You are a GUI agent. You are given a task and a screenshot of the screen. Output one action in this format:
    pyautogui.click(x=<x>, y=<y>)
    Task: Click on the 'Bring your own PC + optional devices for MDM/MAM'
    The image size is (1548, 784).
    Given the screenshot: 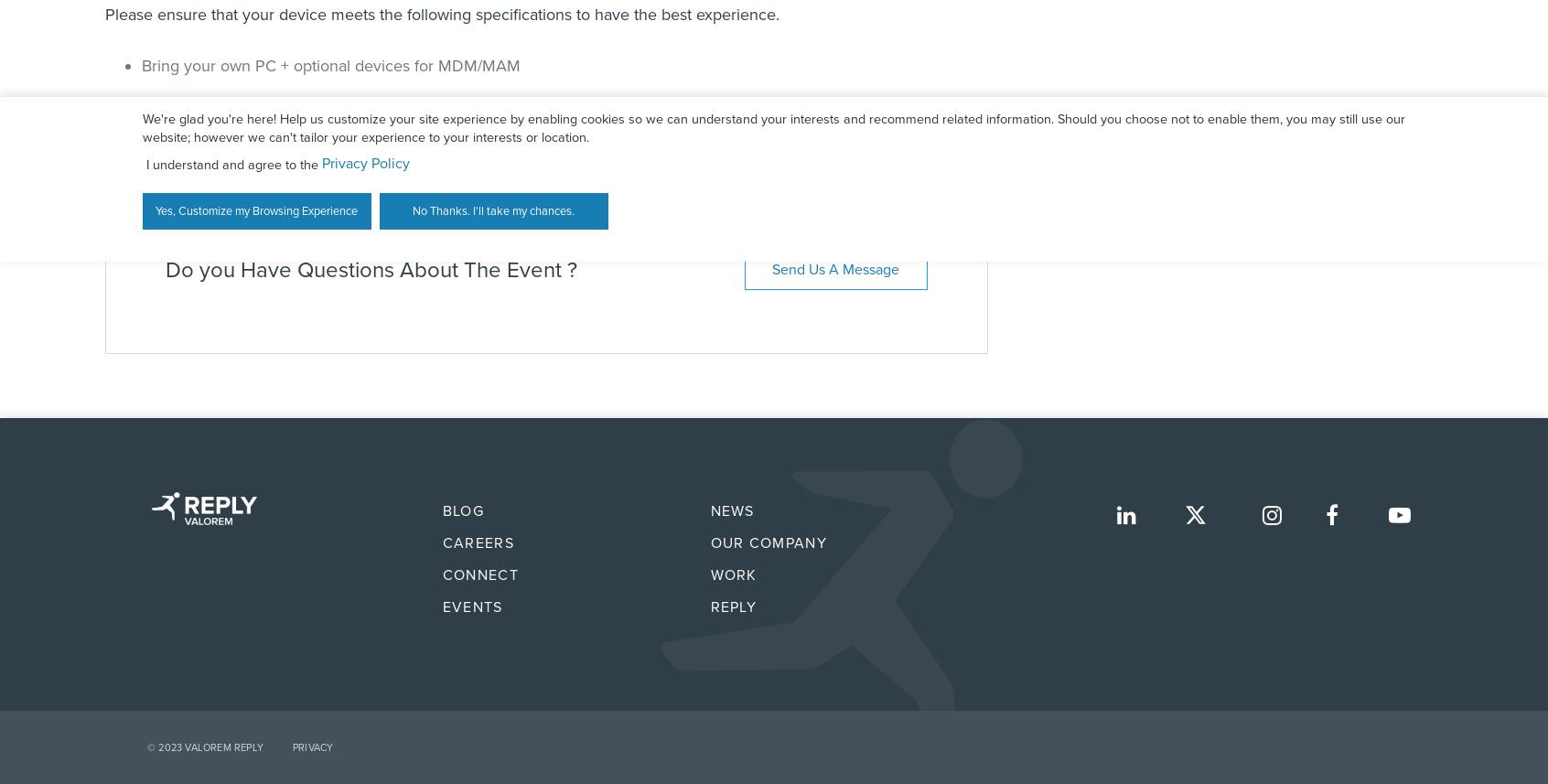 What is the action you would take?
    pyautogui.click(x=330, y=63)
    